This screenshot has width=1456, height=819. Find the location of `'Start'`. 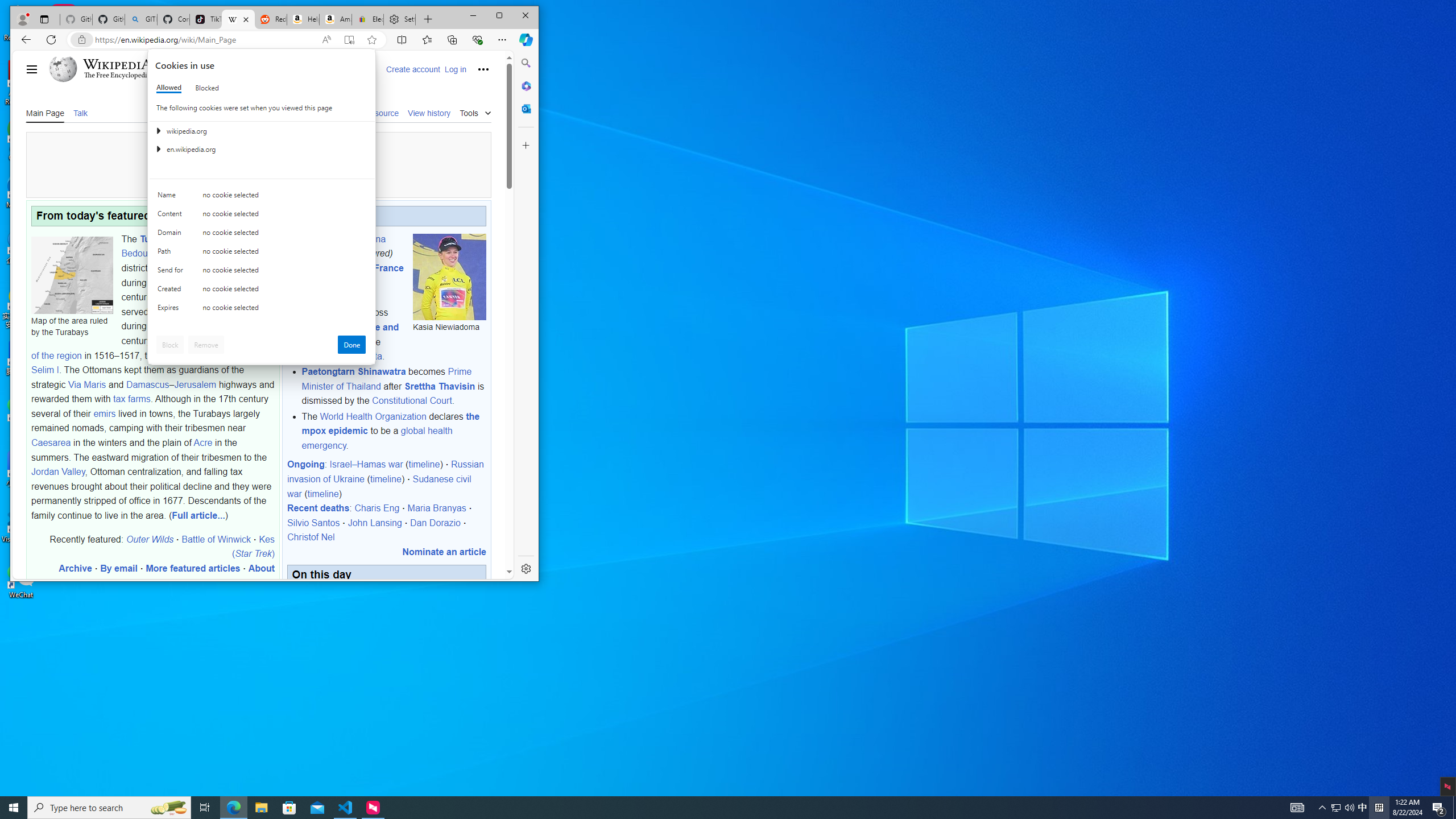

'Start' is located at coordinates (14, 806).